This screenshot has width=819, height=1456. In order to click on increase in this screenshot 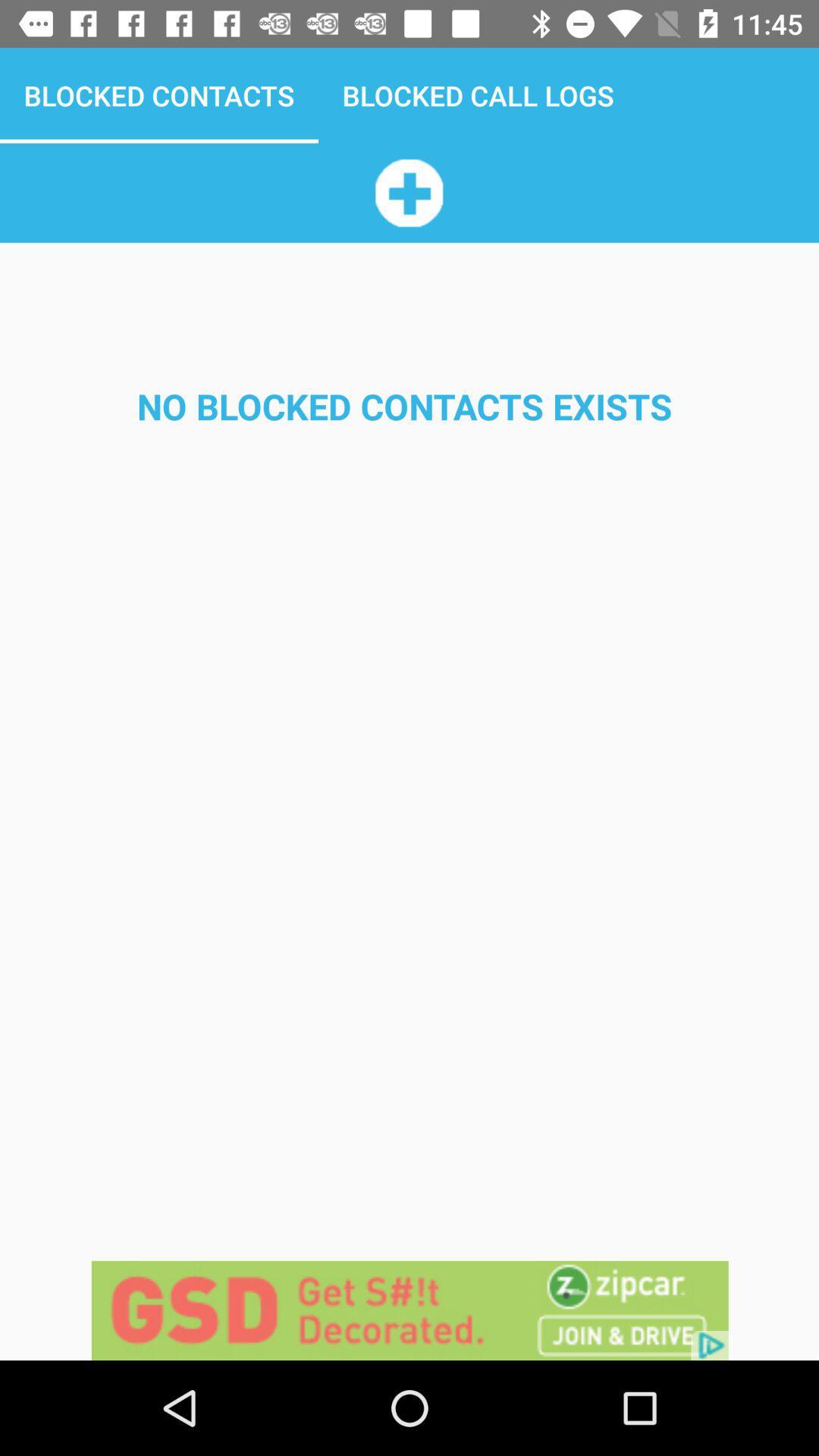, I will do `click(408, 192)`.